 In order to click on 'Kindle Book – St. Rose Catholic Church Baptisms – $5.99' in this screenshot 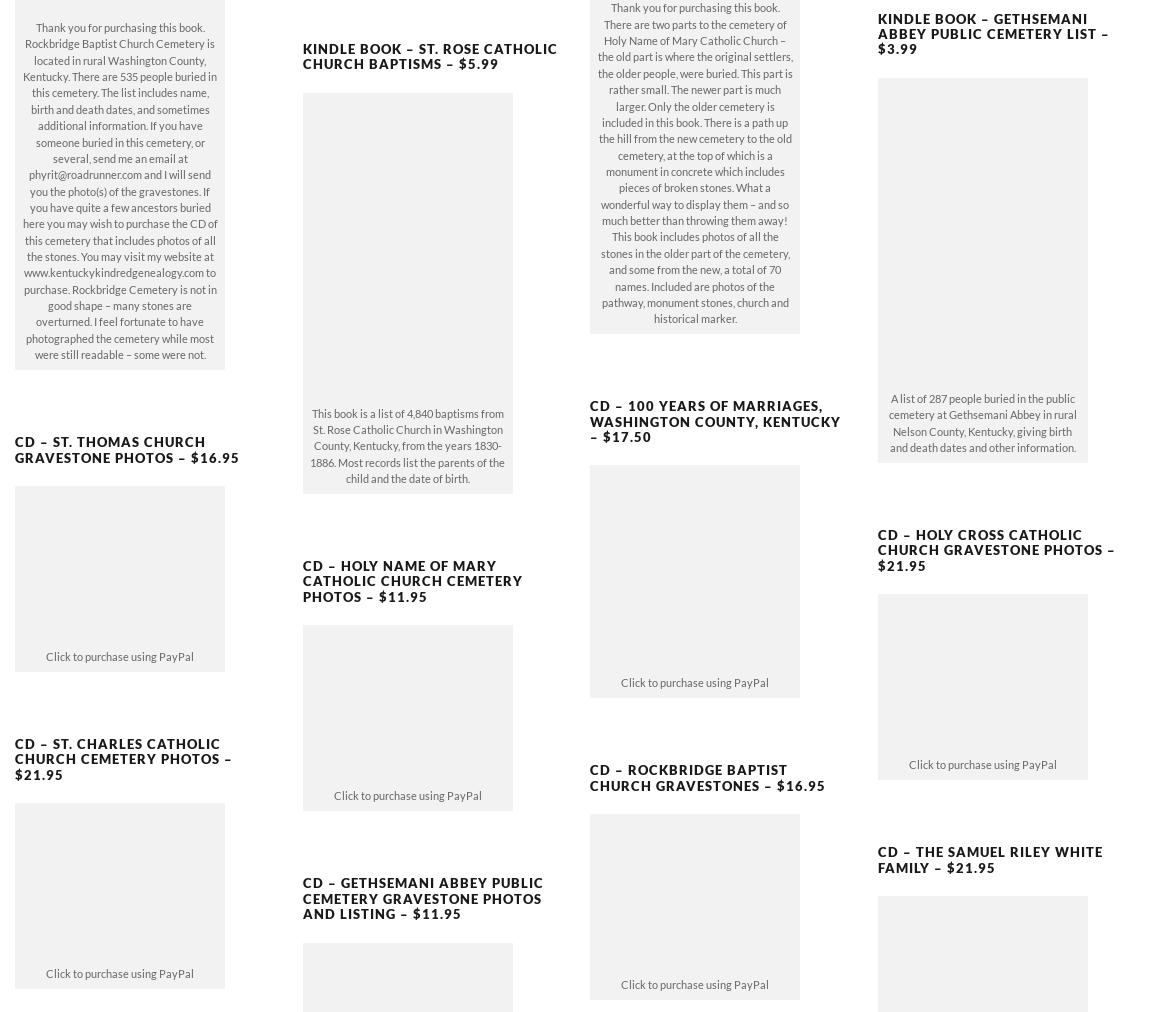, I will do `click(429, 21)`.